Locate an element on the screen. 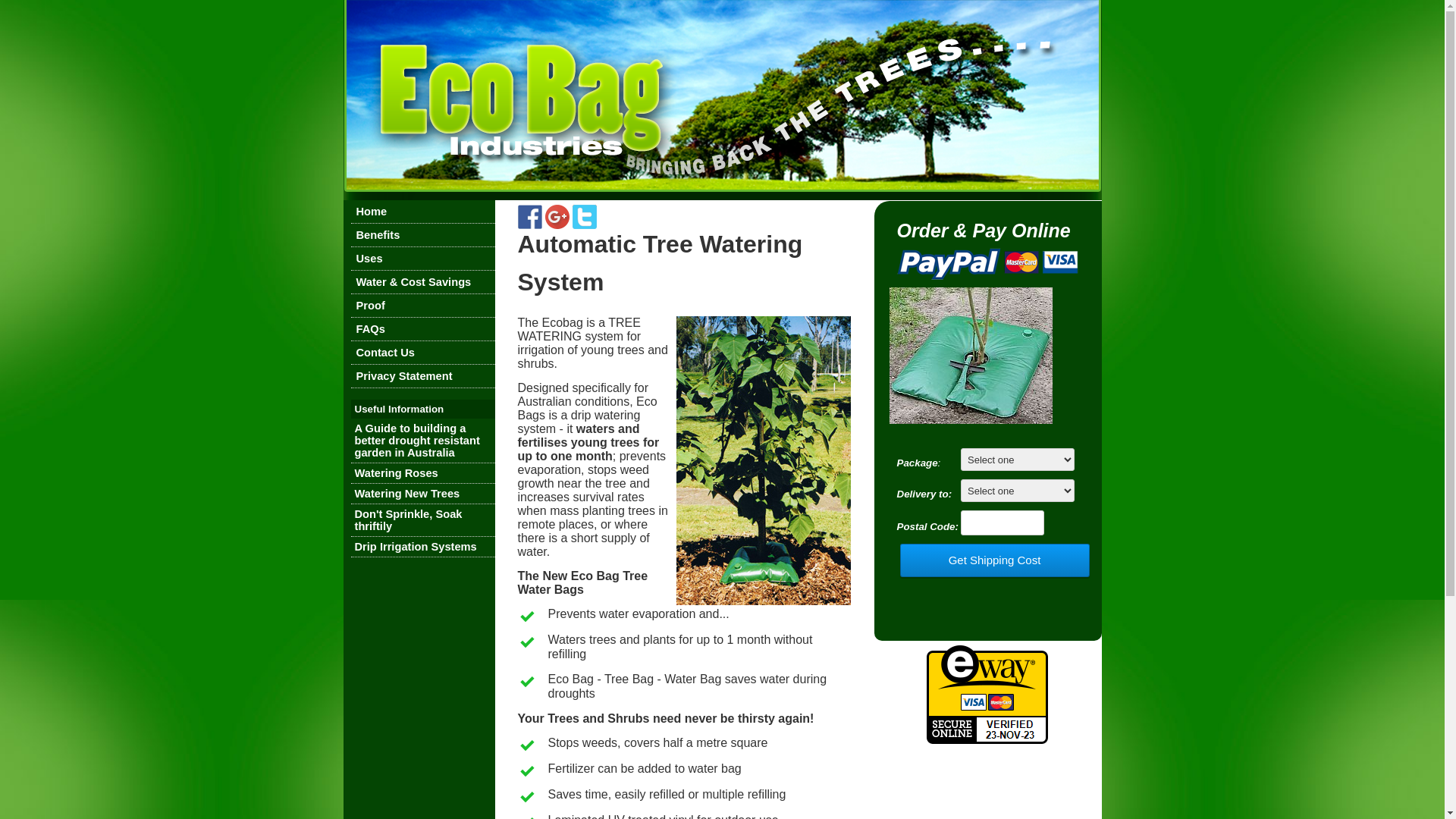 This screenshot has height=819, width=1456. 'Uses' is located at coordinates (369, 257).